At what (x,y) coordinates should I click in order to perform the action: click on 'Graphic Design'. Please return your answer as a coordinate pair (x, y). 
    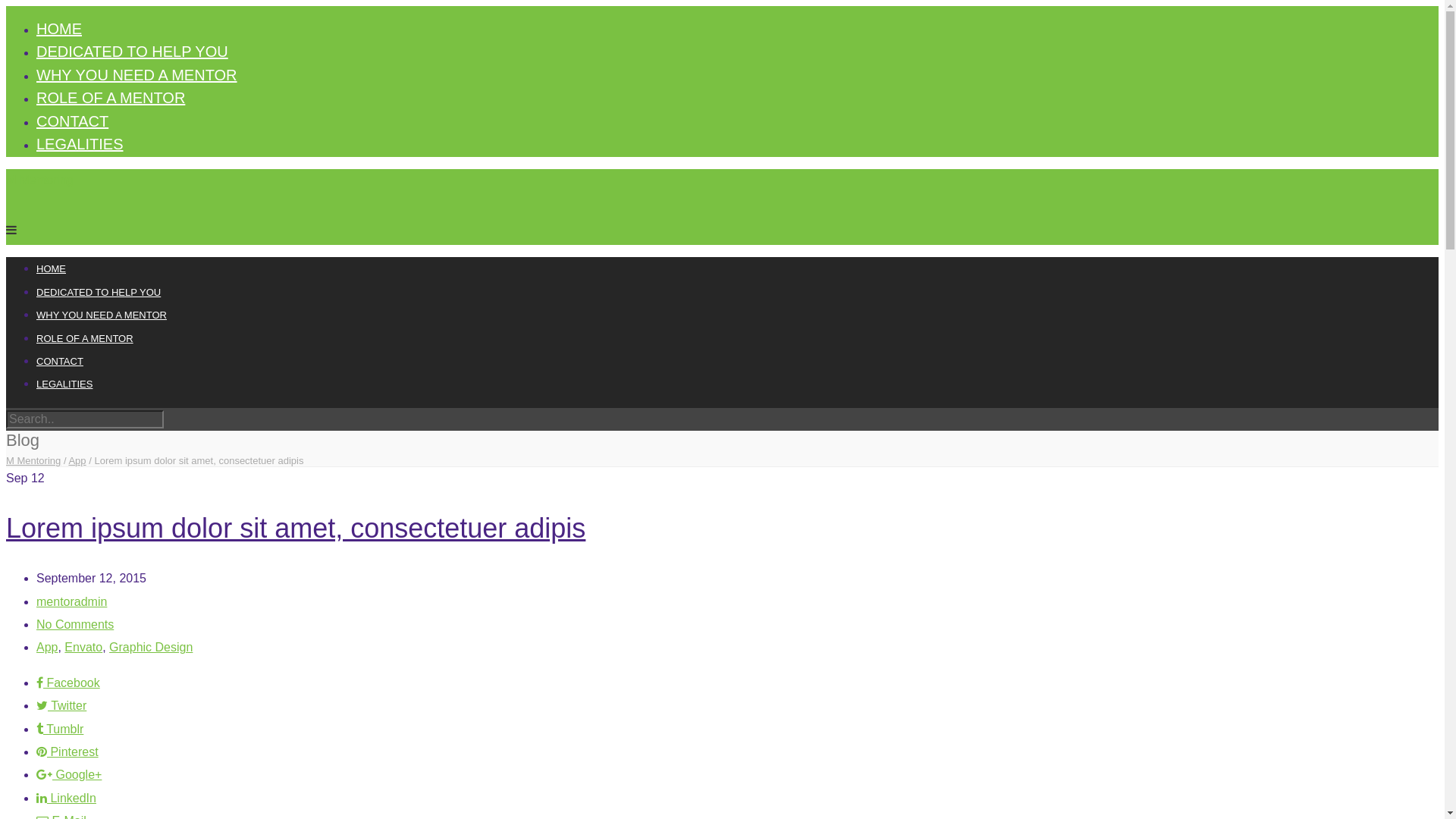
    Looking at the image, I should click on (108, 647).